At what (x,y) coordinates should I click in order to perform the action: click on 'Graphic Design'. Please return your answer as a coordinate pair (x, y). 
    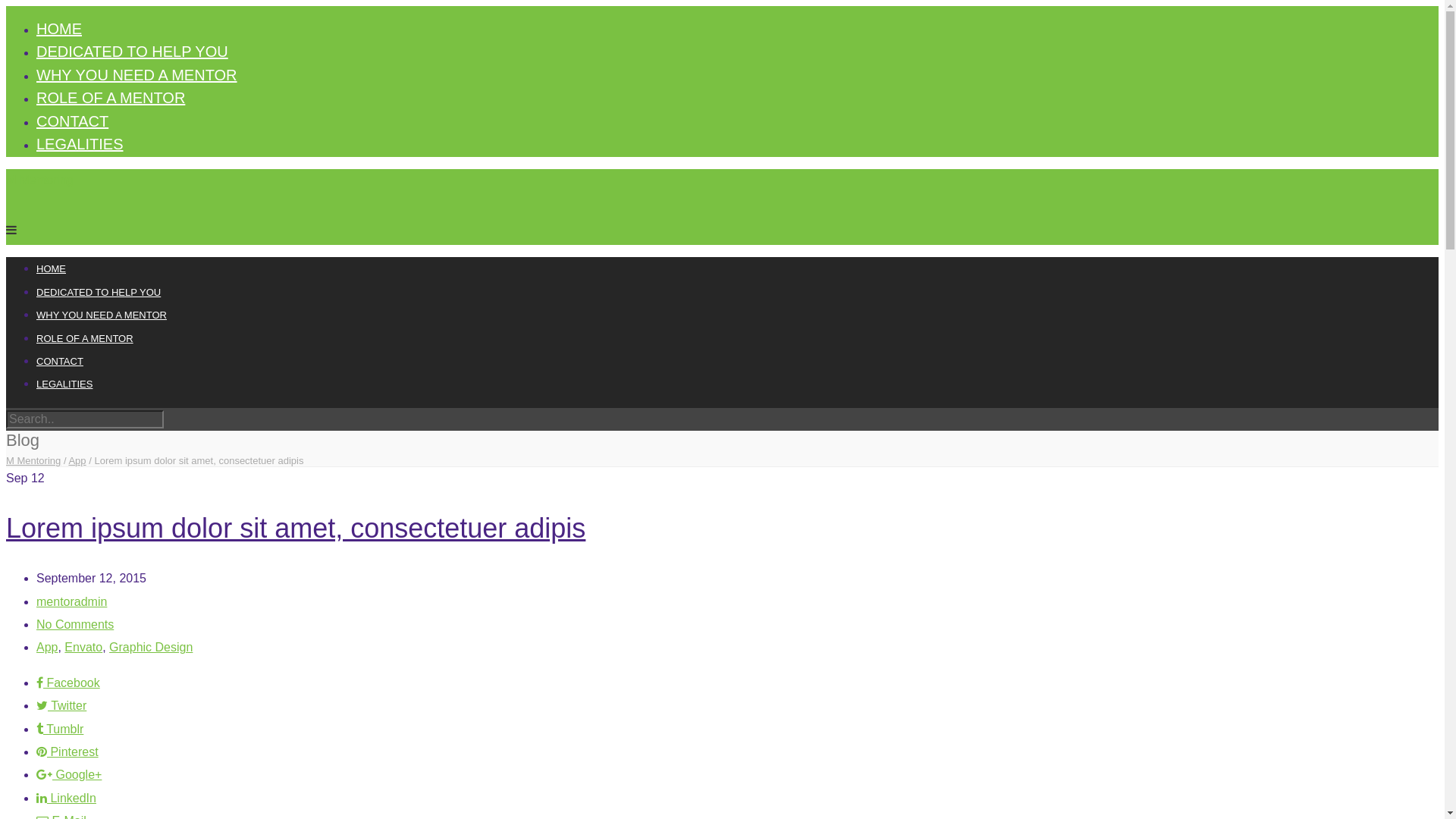
    Looking at the image, I should click on (108, 647).